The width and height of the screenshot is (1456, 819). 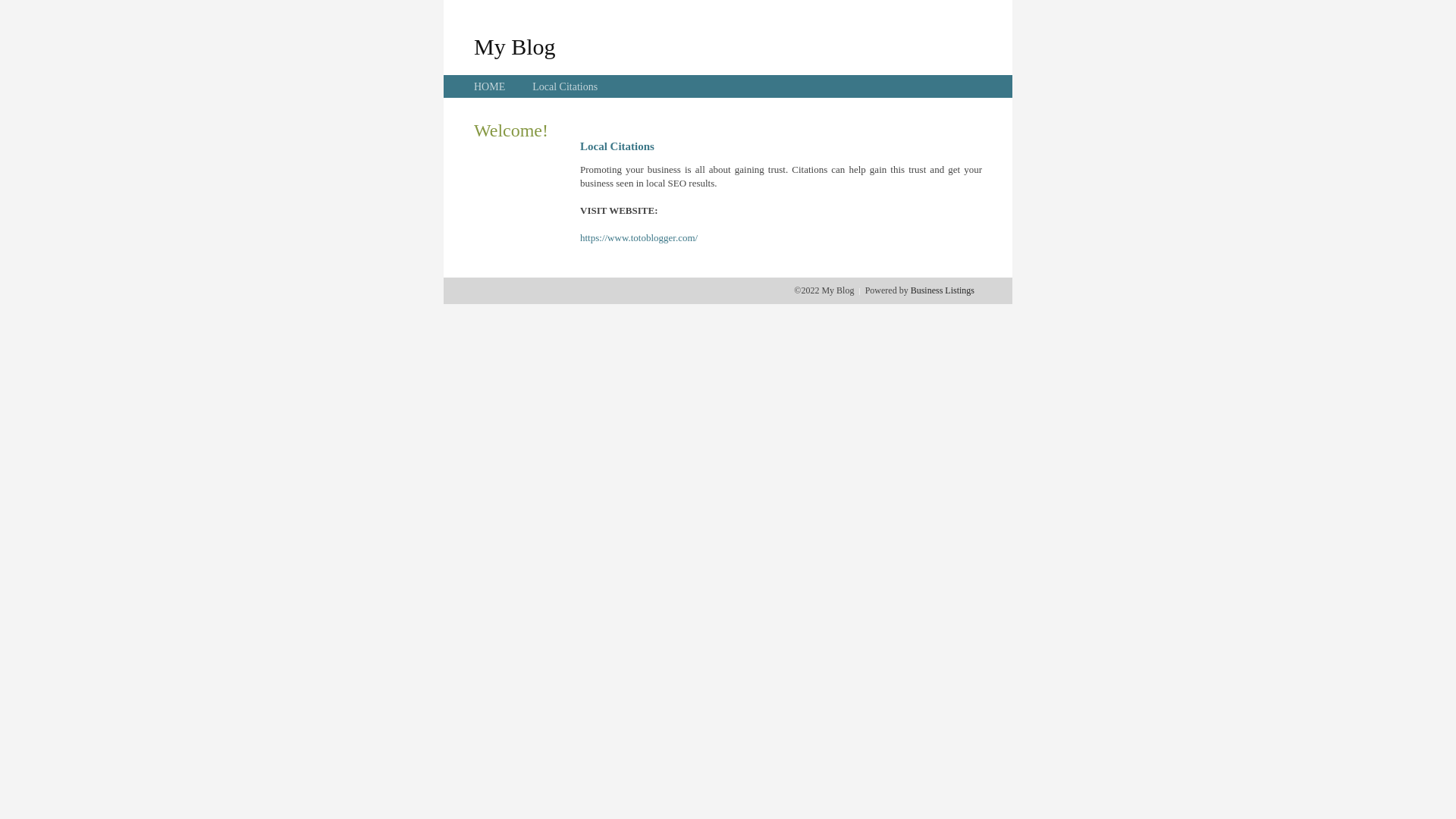 What do you see at coordinates (489, 86) in the screenshot?
I see `'HOME'` at bounding box center [489, 86].